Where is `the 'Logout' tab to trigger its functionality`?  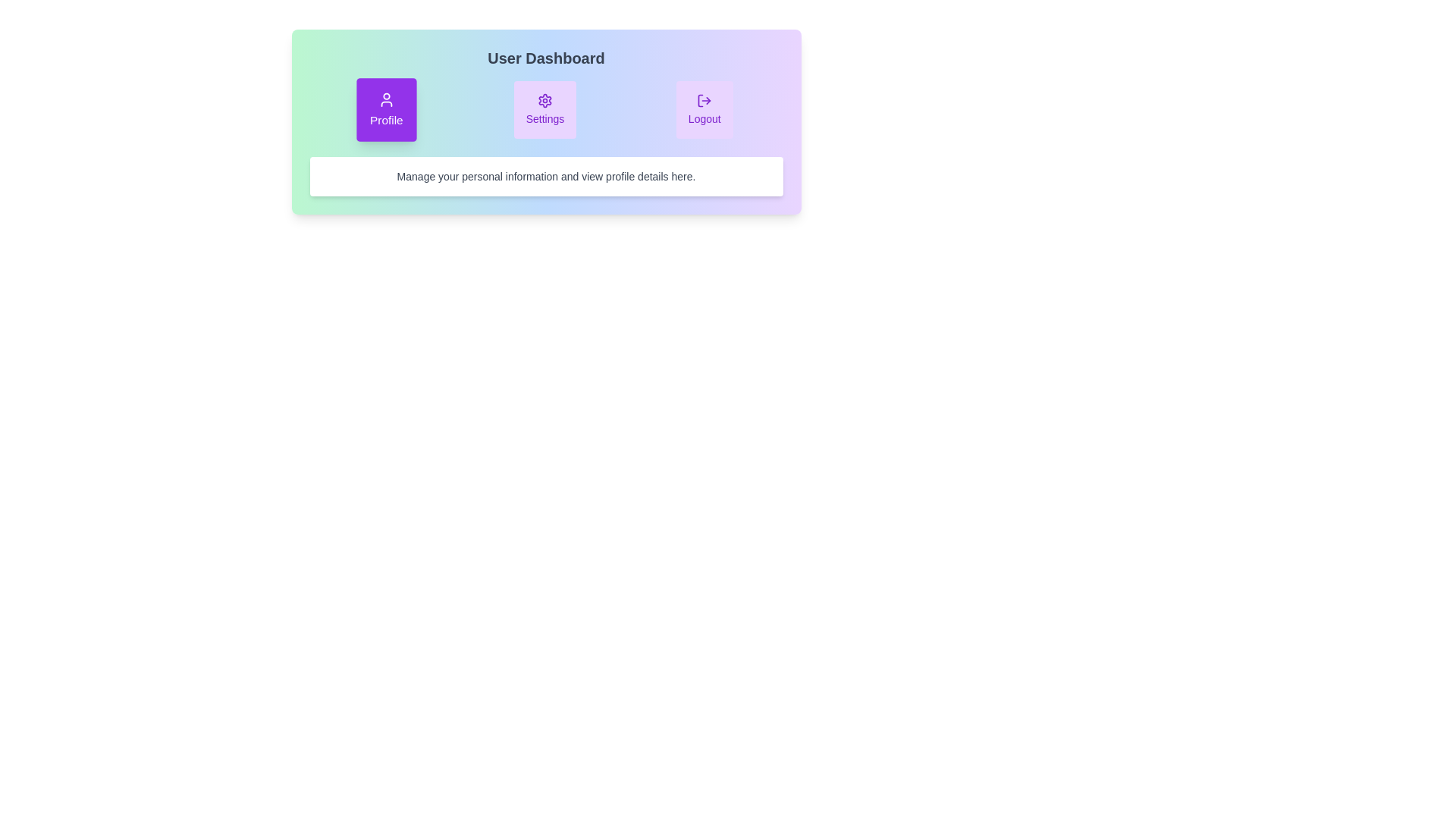
the 'Logout' tab to trigger its functionality is located at coordinates (704, 109).